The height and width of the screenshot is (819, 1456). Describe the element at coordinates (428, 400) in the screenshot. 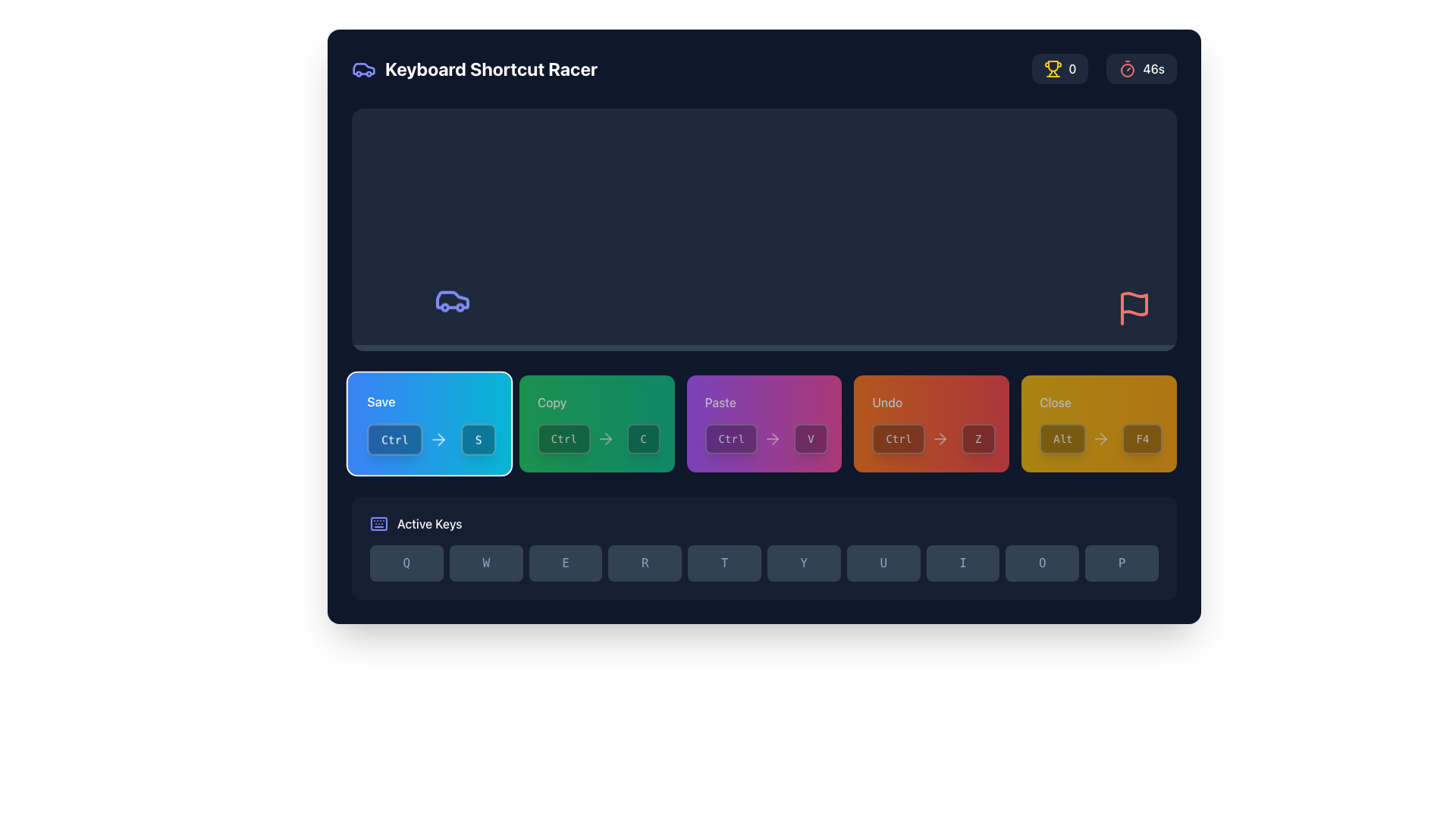

I see `the 'Save' button located at the bottom left of the main interface, which is the first in a row of shortcut buttons including 'Copy', 'Paste', 'Undo', and 'Close'` at that location.